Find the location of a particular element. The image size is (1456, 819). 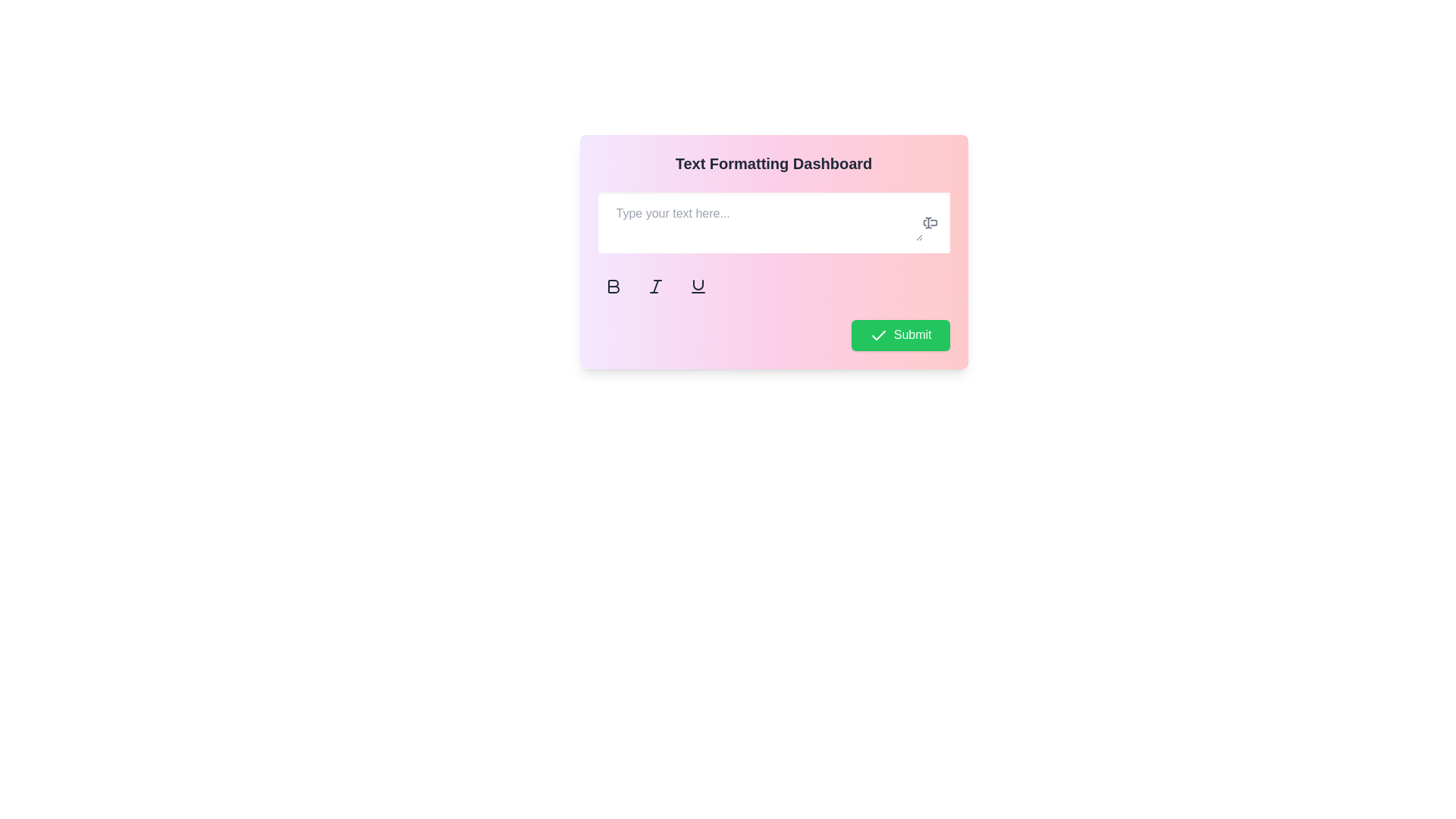

the 'Submit' button containing the small check-mark icon, which is located in the left portion of the button on the lower right of the 'Text Formatting Dashboard.' is located at coordinates (878, 334).